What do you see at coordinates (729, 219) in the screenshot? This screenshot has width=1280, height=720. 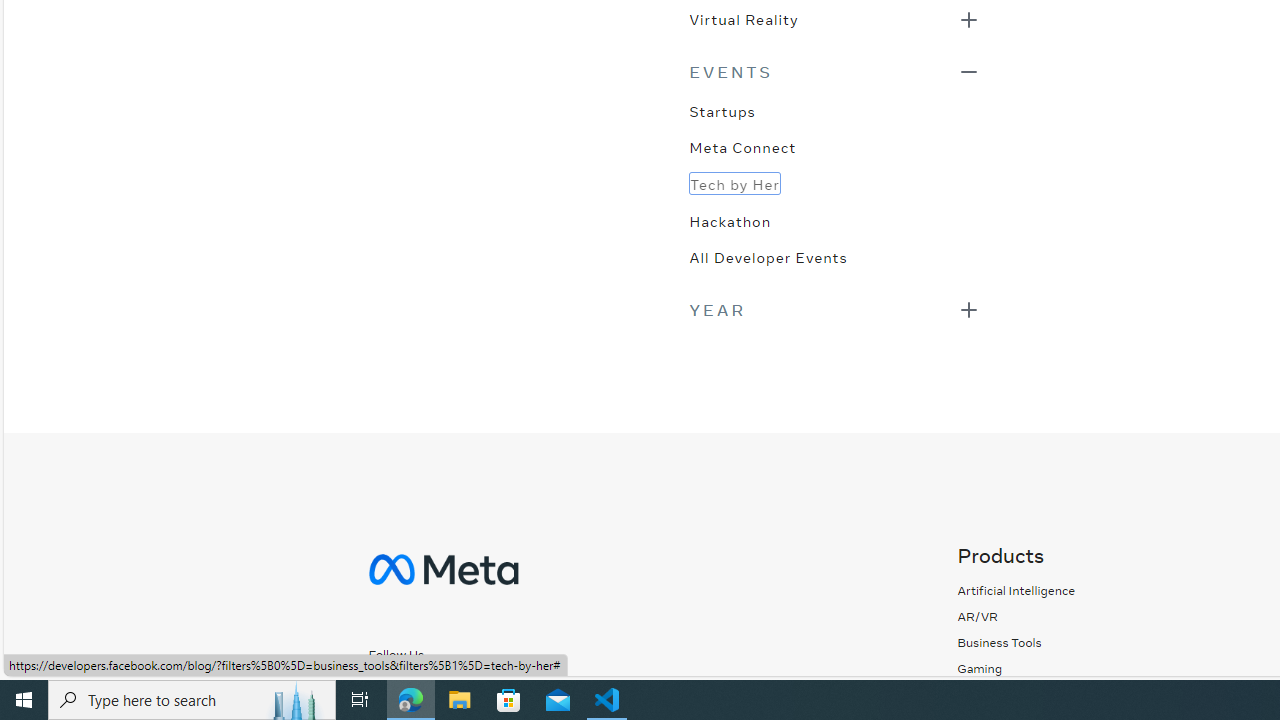 I see `'Hackathon'` at bounding box center [729, 219].